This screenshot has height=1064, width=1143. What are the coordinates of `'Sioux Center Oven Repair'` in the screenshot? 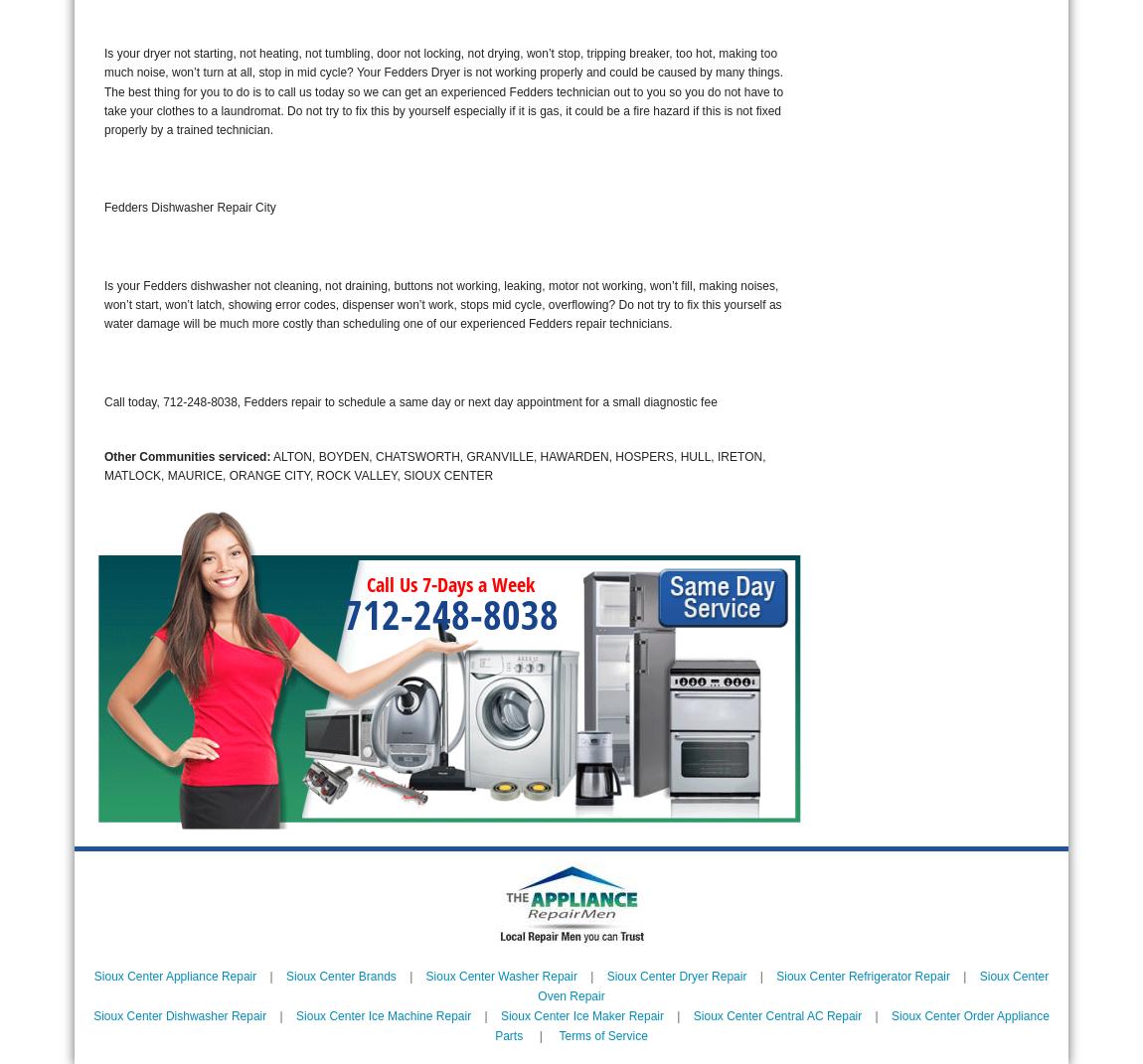 It's located at (791, 984).